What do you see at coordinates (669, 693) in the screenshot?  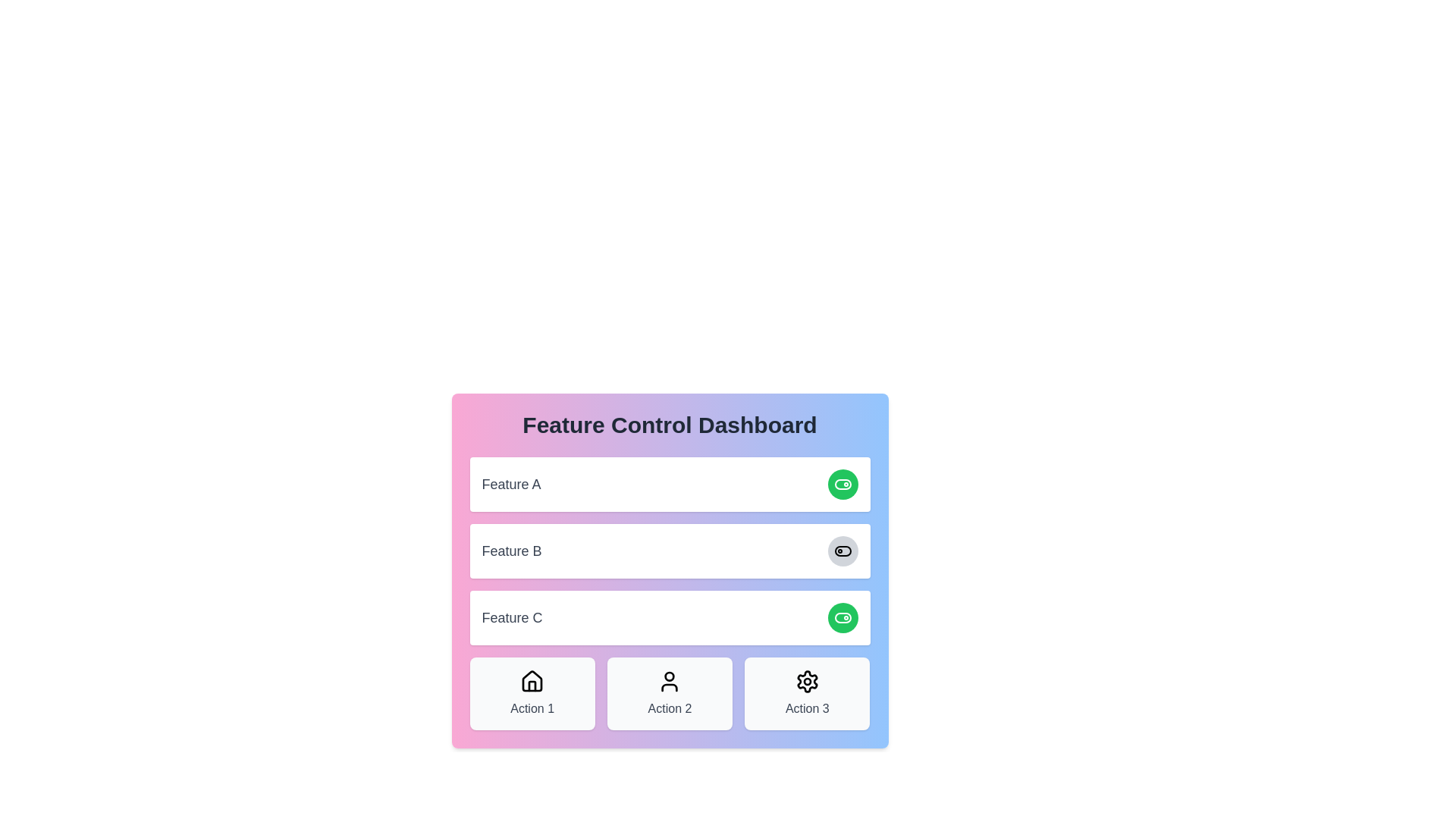 I see `the button labeled 'Action 2', which is a rectangular element with a white background, rounded corners, and a shadow effect, positioned in the second column of a three-column grid at the bottom of the interface` at bounding box center [669, 693].